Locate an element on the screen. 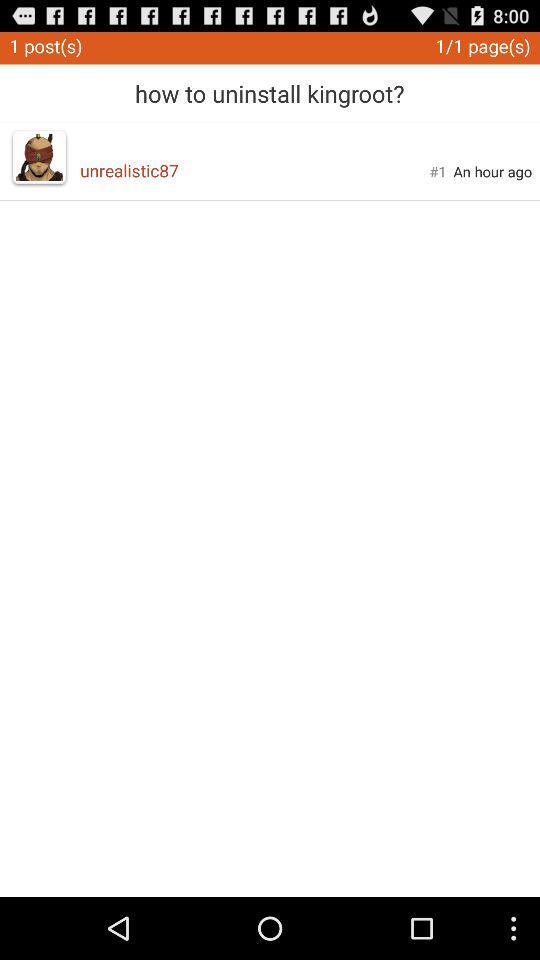 This screenshot has height=960, width=540. icon next to the 1 post(s) is located at coordinates (269, 86).